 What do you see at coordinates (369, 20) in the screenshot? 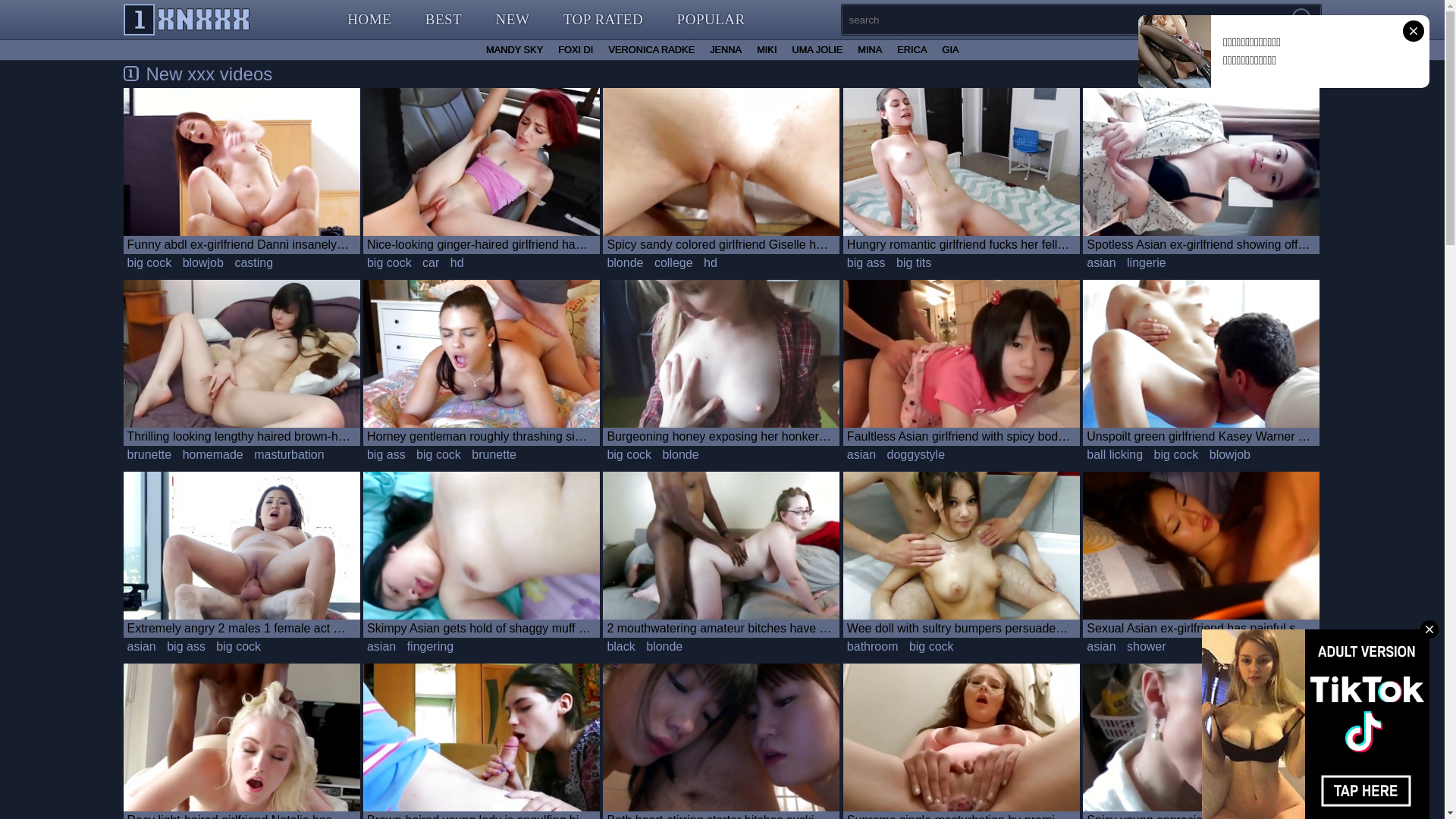
I see `'HOME'` at bounding box center [369, 20].